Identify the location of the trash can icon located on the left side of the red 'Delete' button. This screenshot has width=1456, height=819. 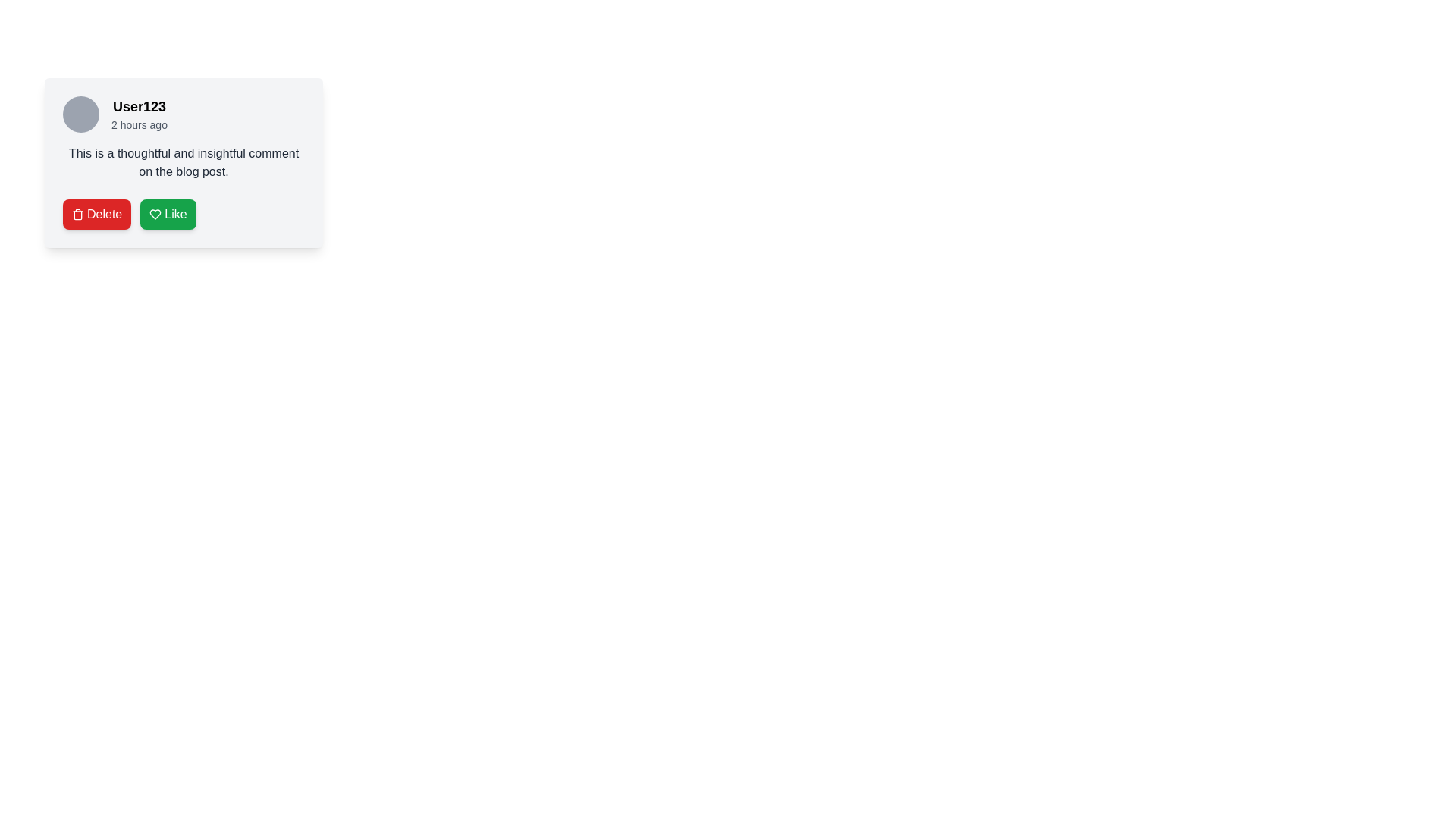
(77, 214).